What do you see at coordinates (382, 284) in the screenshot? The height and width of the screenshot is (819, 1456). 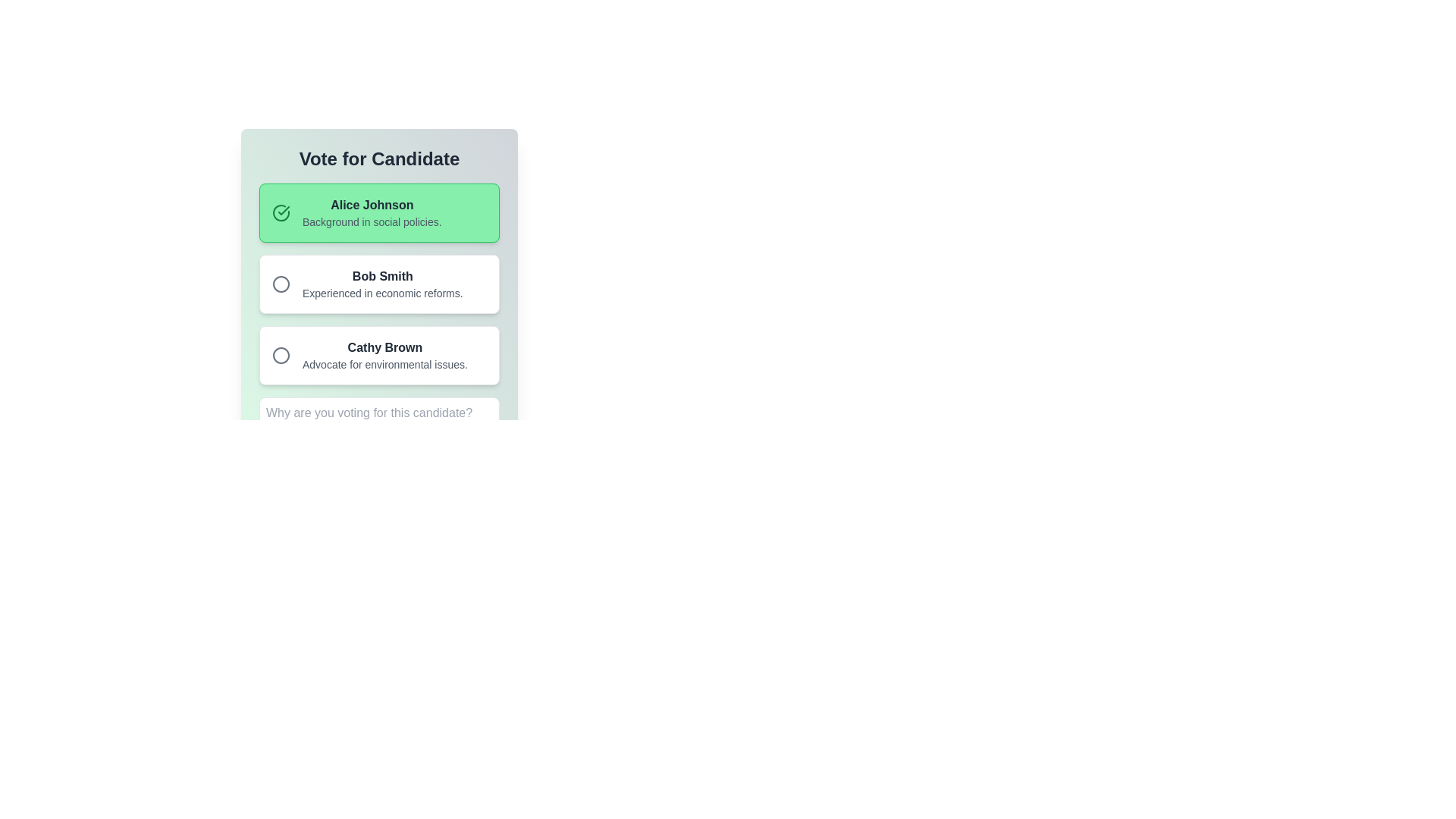 I see `the informational display that provides details about the candidate, positioned as the second option in the list, between 'Alice Johnson' and 'Cathy Brown'` at bounding box center [382, 284].